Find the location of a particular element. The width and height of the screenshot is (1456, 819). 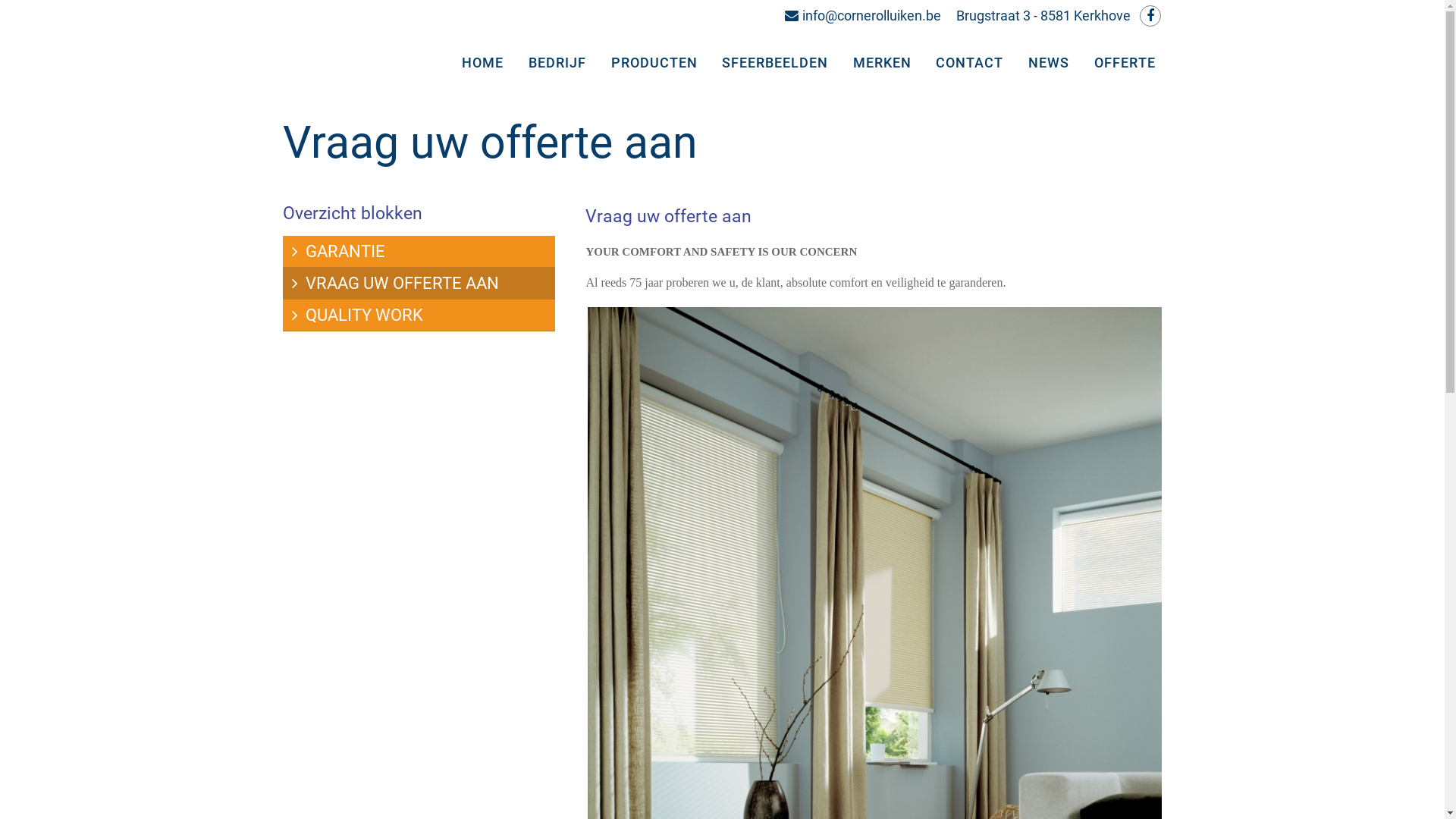

'MERKEN' is located at coordinates (884, 62).